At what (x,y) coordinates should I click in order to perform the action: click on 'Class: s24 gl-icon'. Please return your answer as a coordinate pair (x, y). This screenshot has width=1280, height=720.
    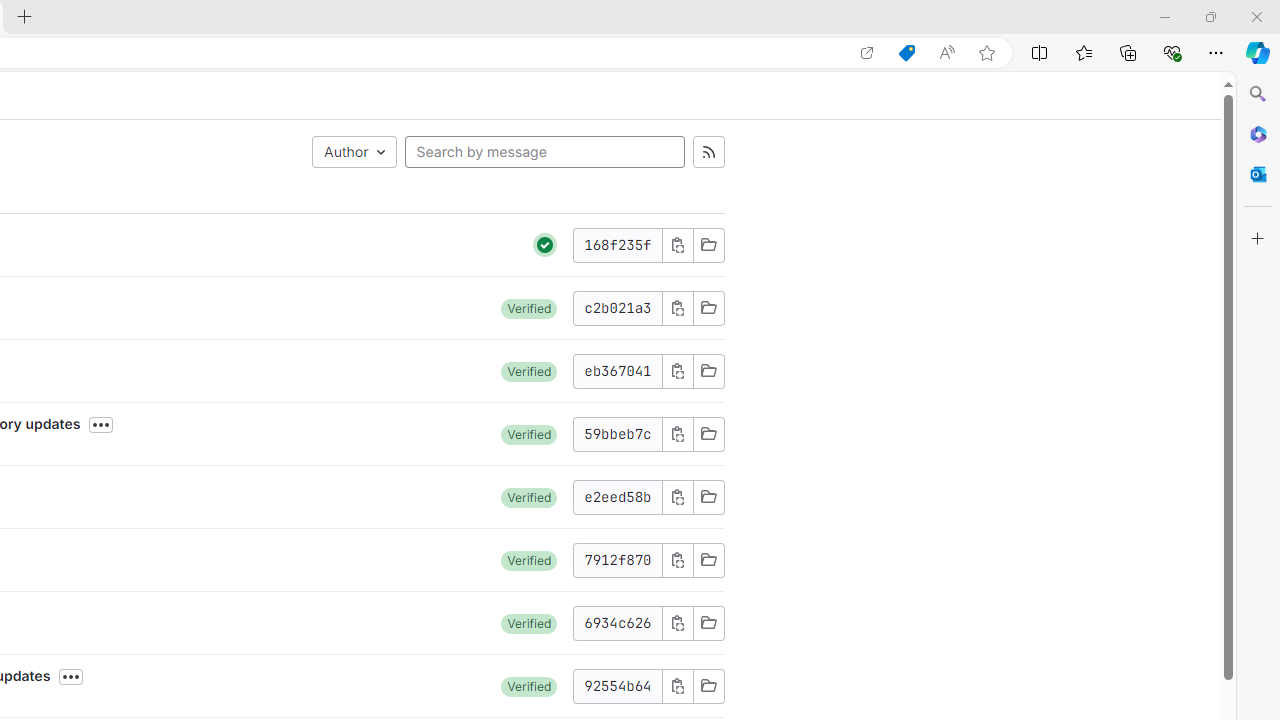
    Looking at the image, I should click on (545, 243).